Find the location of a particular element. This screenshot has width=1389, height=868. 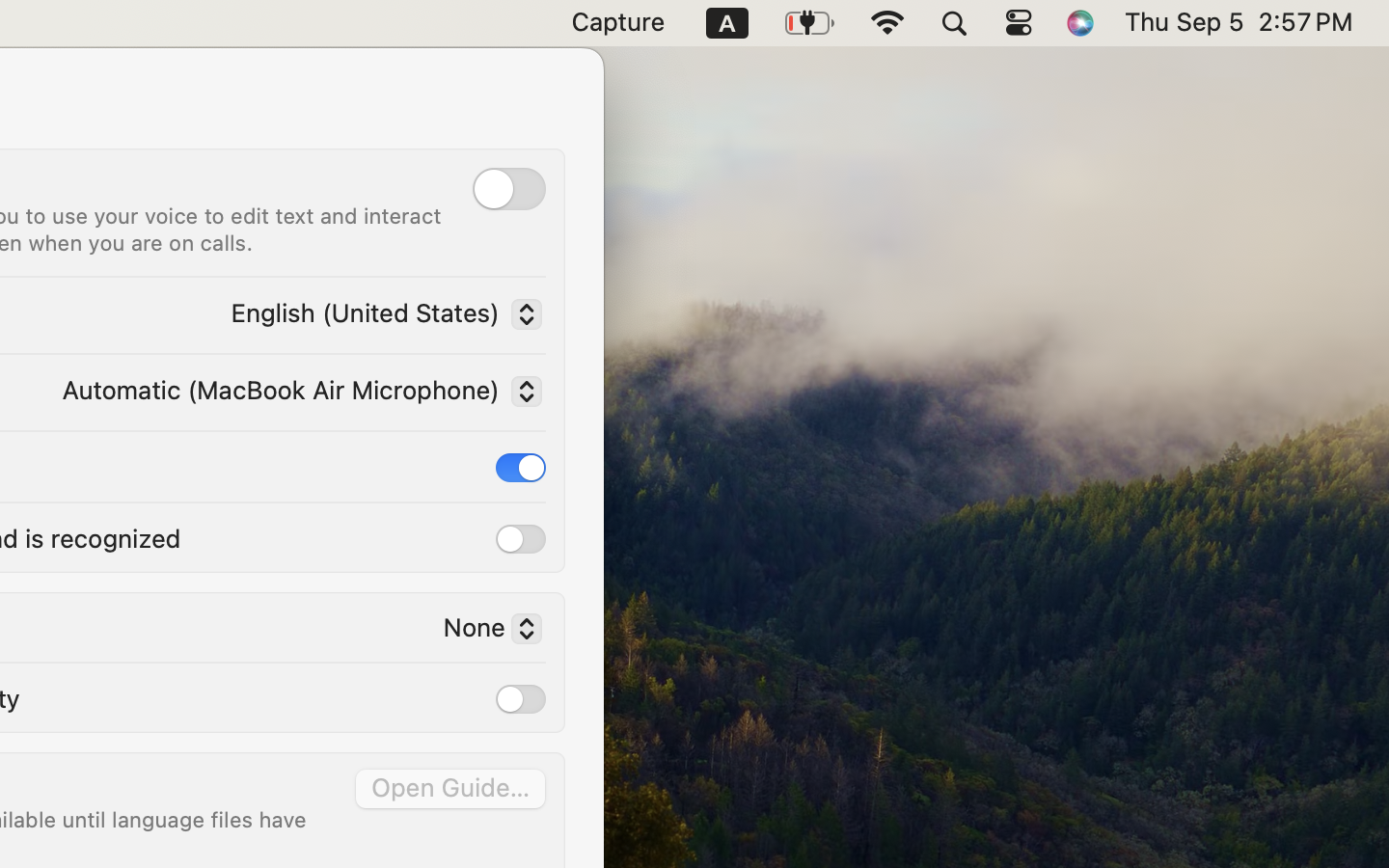

'English (United States)' is located at coordinates (379, 316).